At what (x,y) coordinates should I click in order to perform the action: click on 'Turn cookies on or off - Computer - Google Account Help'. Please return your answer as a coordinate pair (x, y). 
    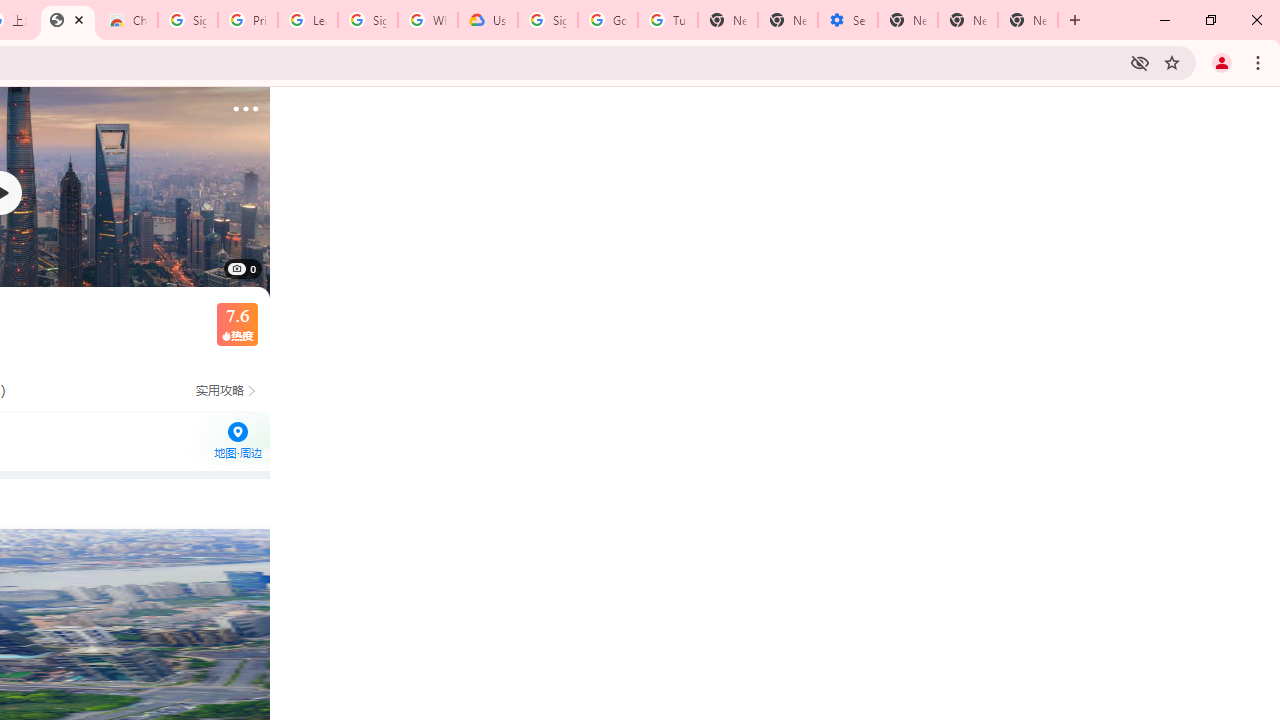
    Looking at the image, I should click on (667, 20).